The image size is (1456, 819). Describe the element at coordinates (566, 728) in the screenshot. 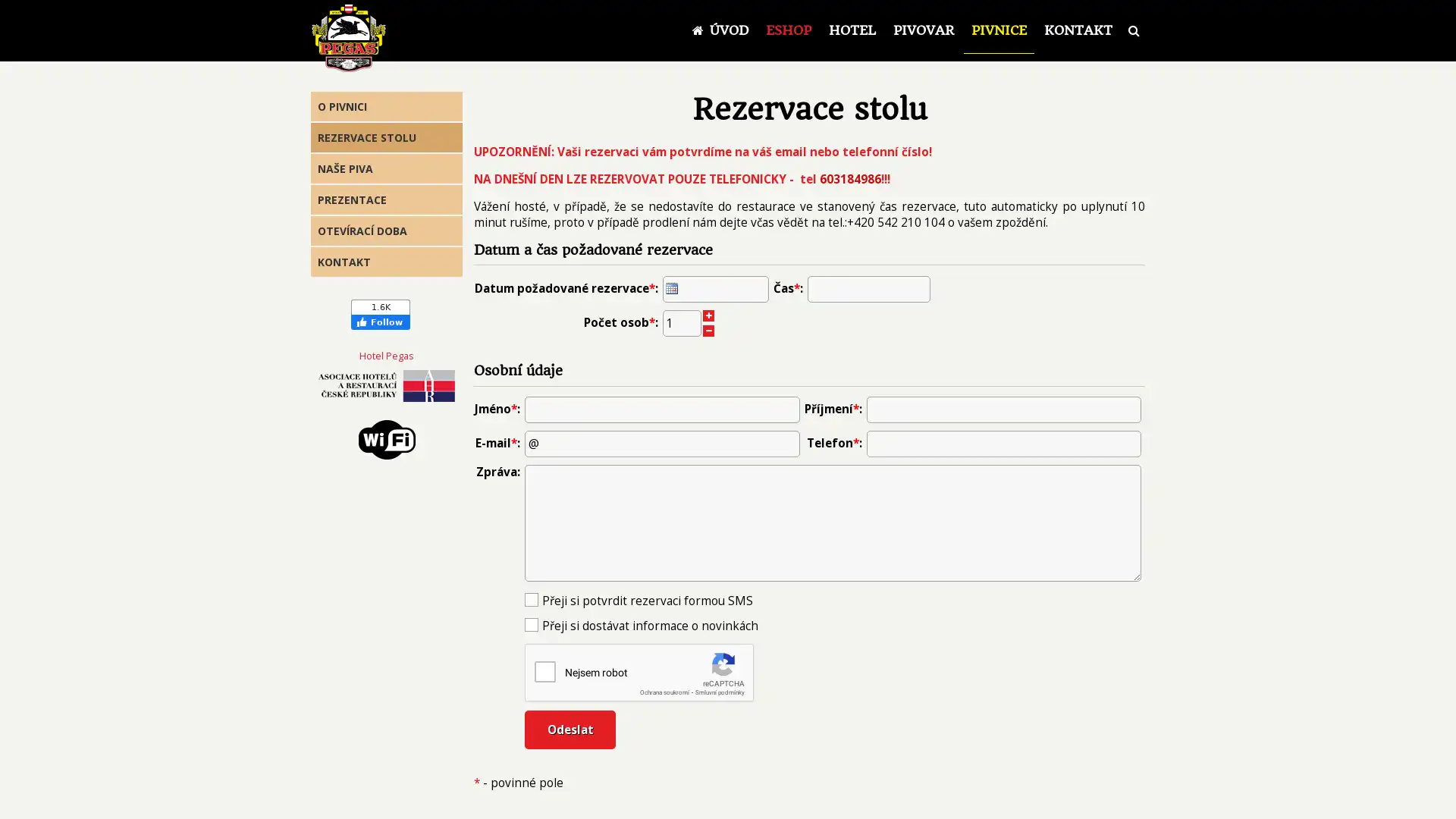

I see `Odeslat` at that location.